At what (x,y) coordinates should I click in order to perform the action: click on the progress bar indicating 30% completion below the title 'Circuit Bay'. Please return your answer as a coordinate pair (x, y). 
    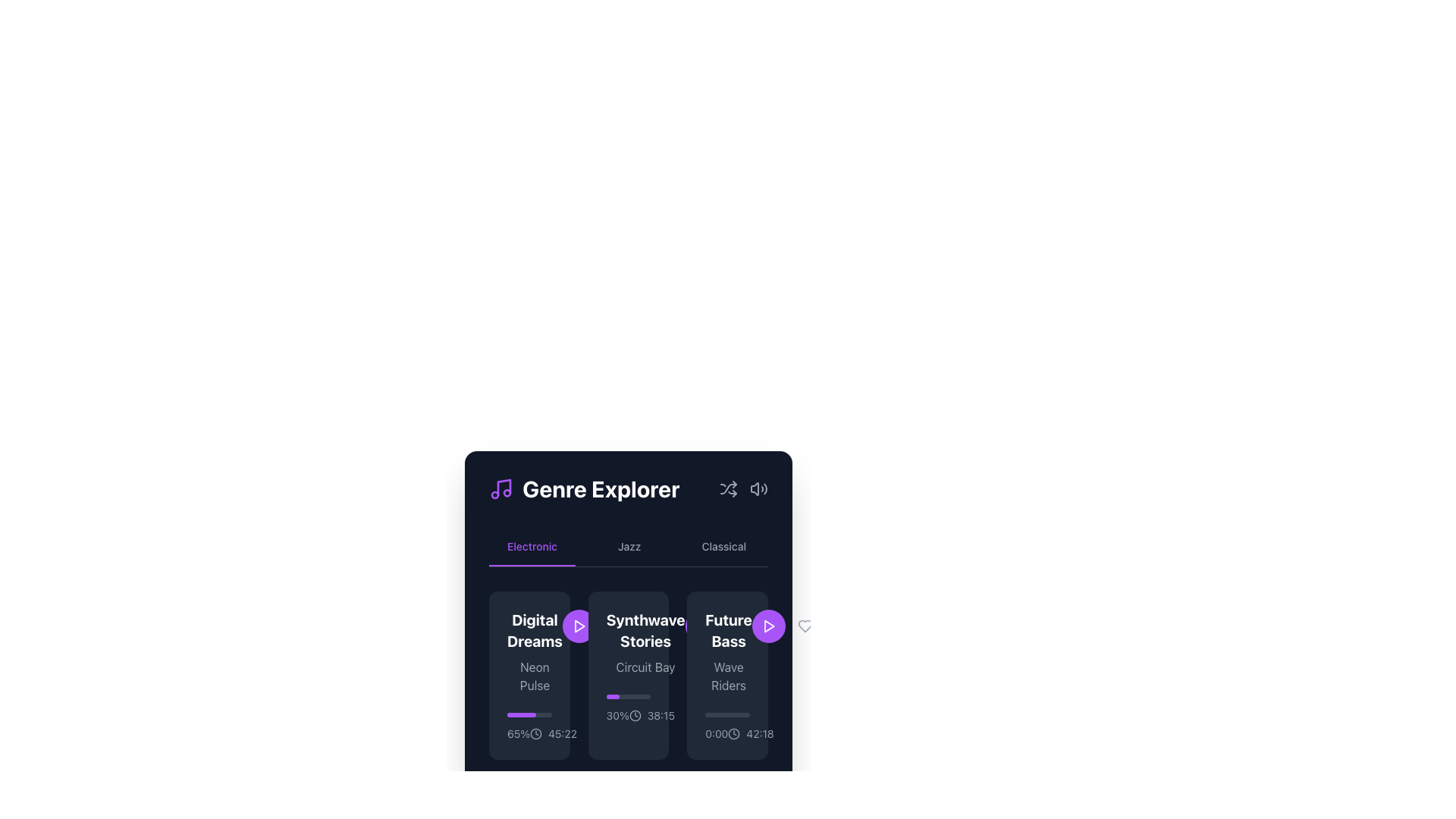
    Looking at the image, I should click on (629, 708).